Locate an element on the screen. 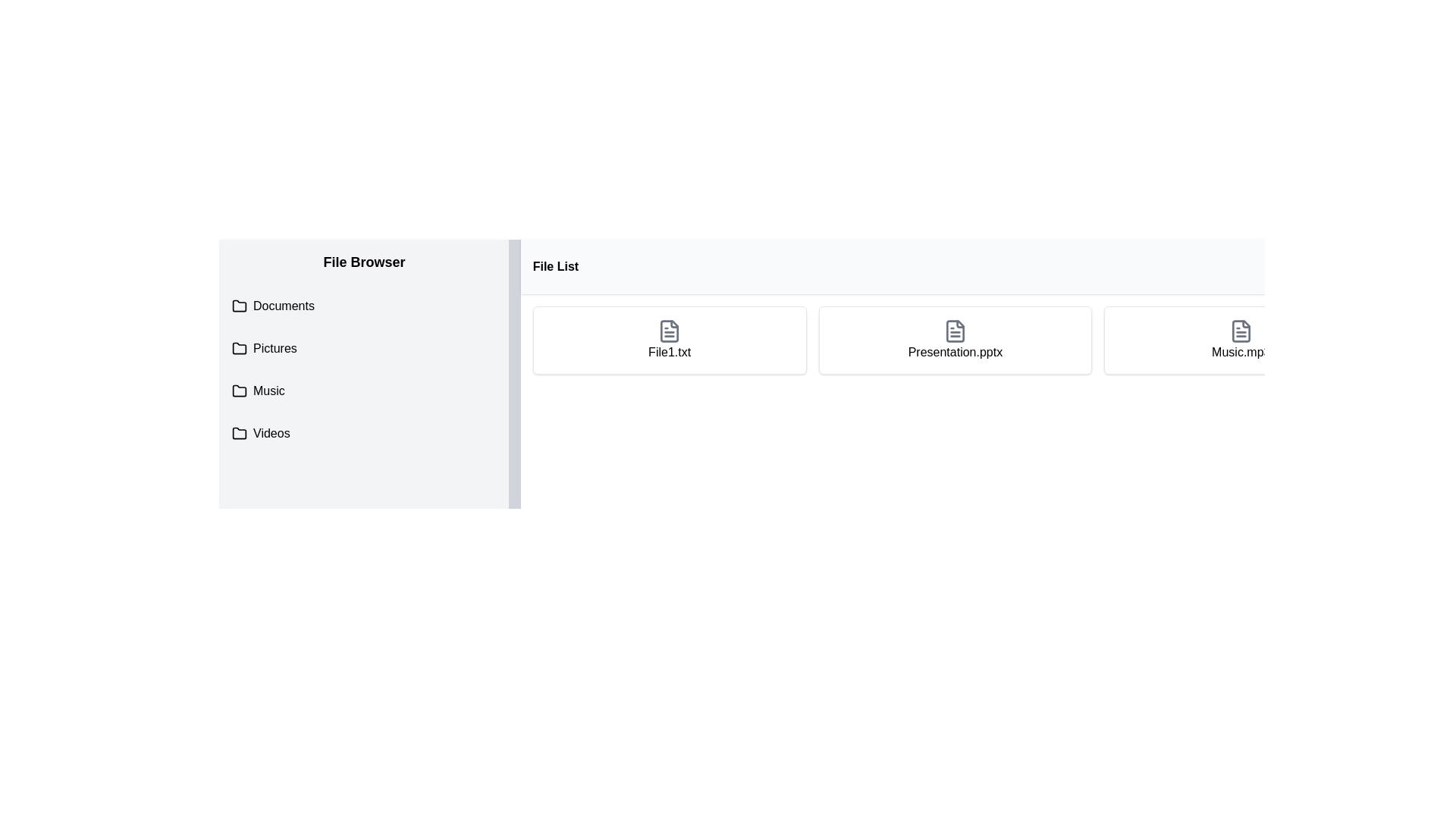  the first file card element in the top-left corner of the file list section is located at coordinates (669, 339).